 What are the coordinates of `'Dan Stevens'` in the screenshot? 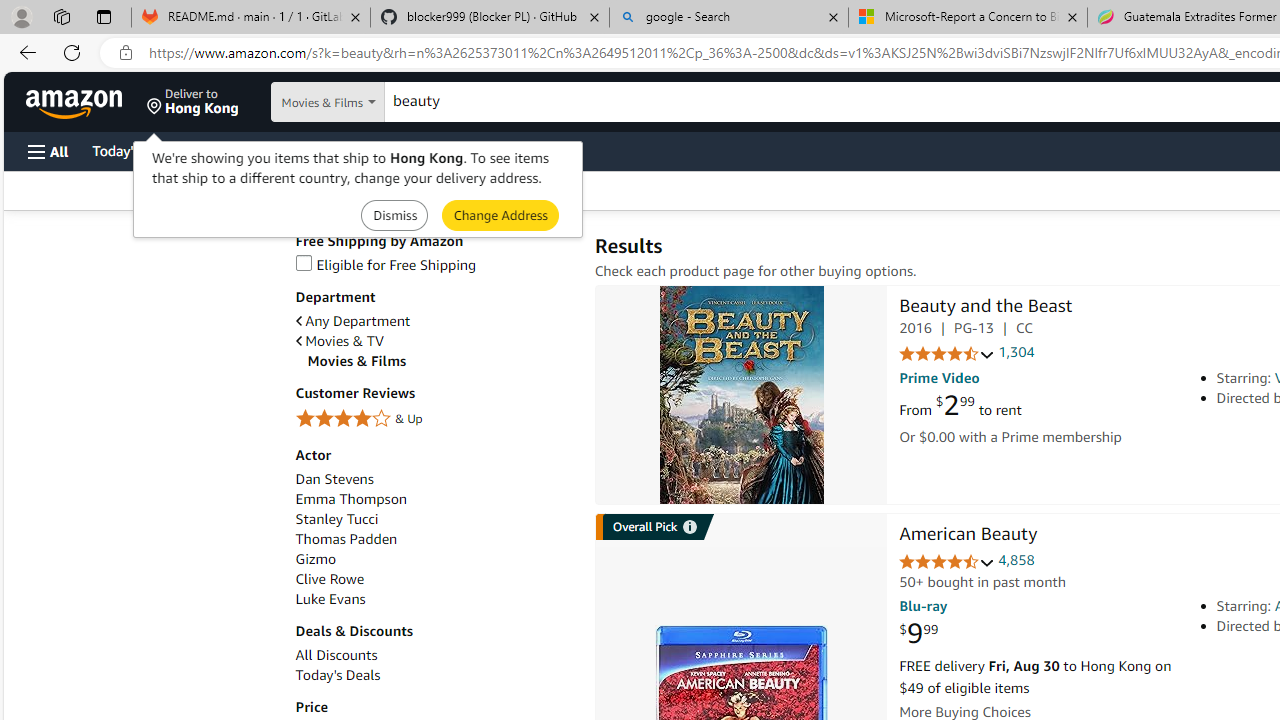 It's located at (433, 479).